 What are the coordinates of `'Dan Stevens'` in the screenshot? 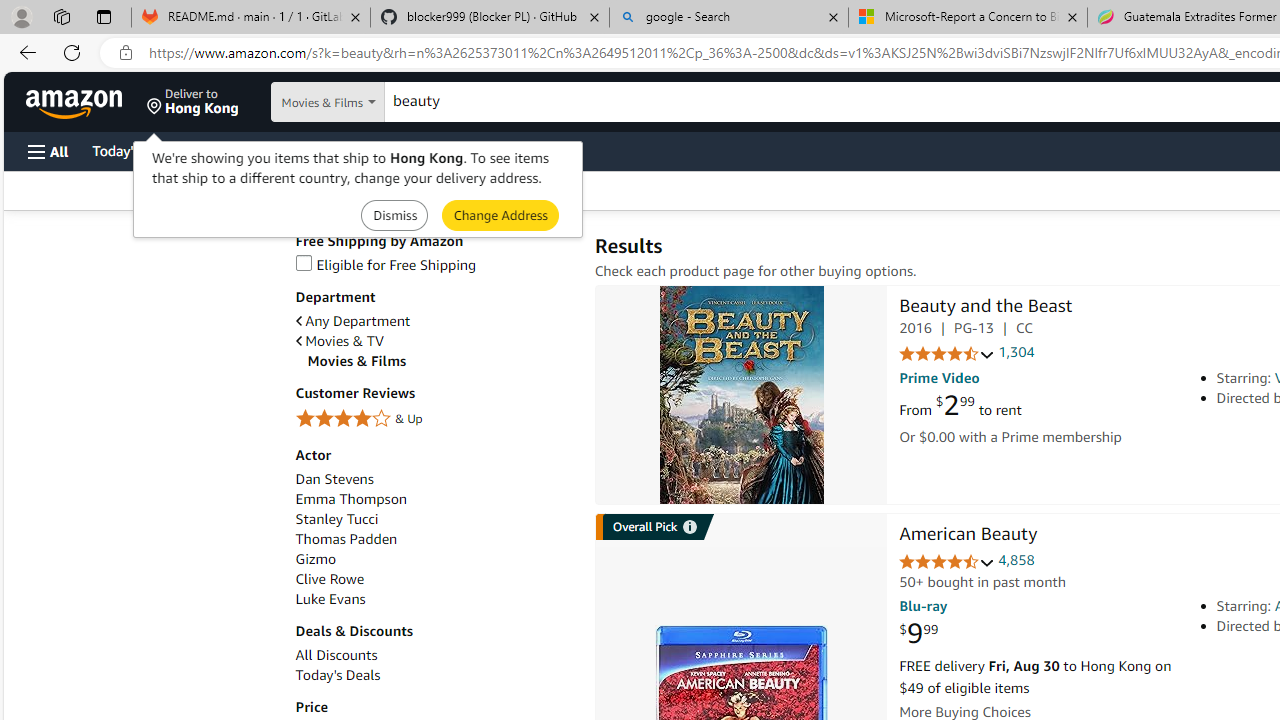 It's located at (433, 479).